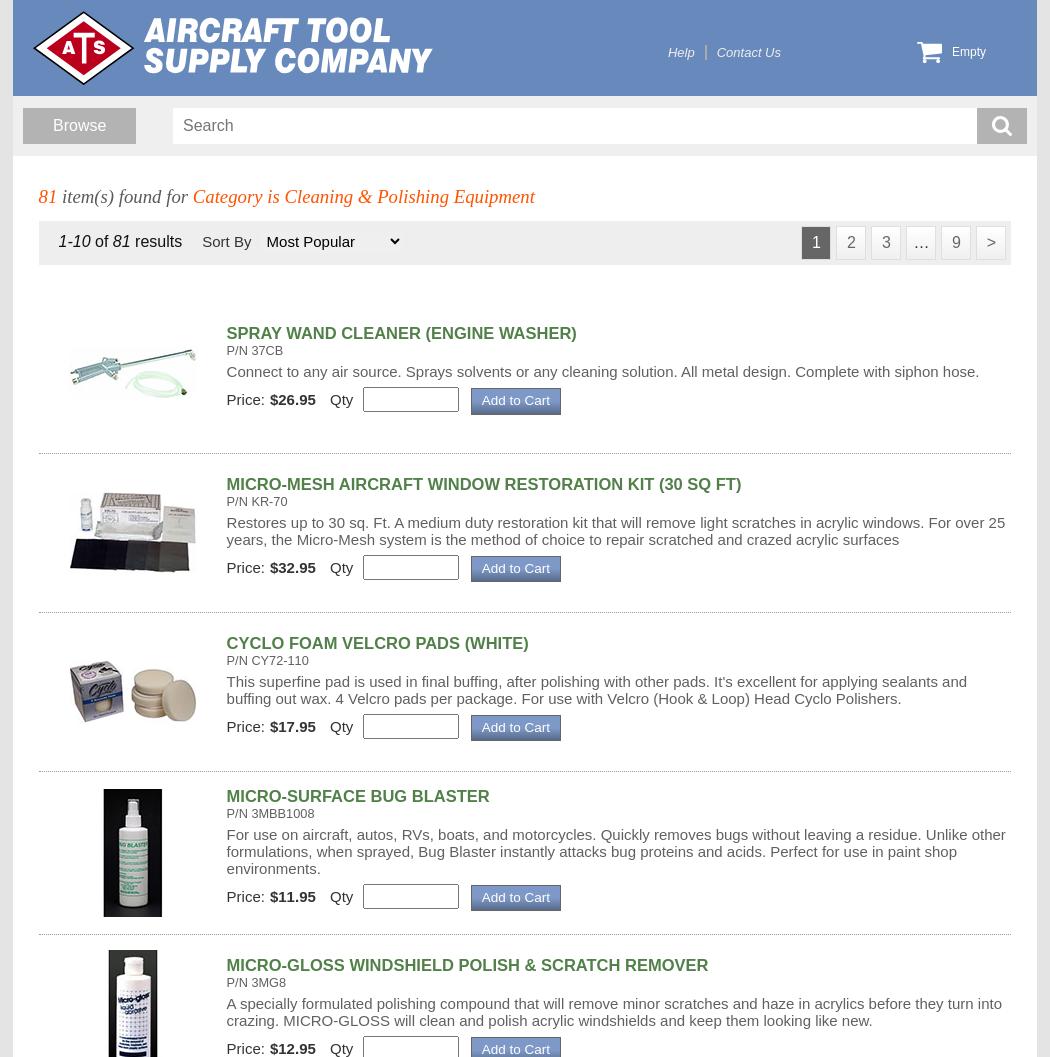 Image resolution: width=1050 pixels, height=1057 pixels. I want to click on '2', so click(845, 240).